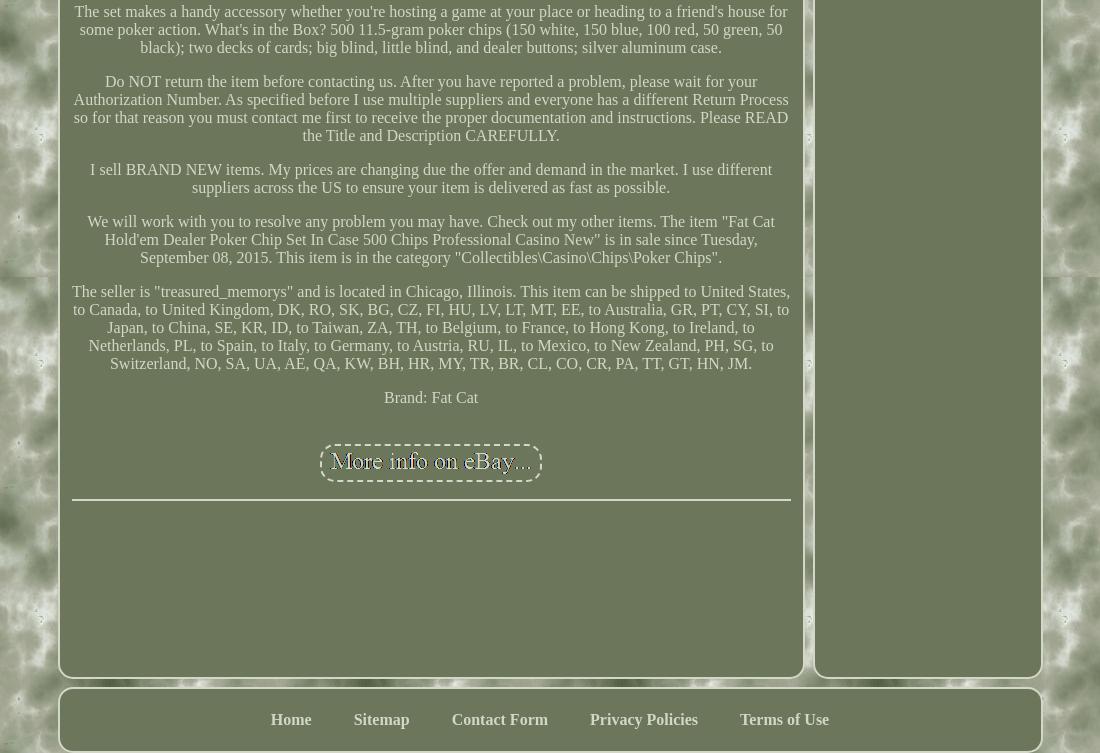  What do you see at coordinates (499, 717) in the screenshot?
I see `'Contact Form'` at bounding box center [499, 717].